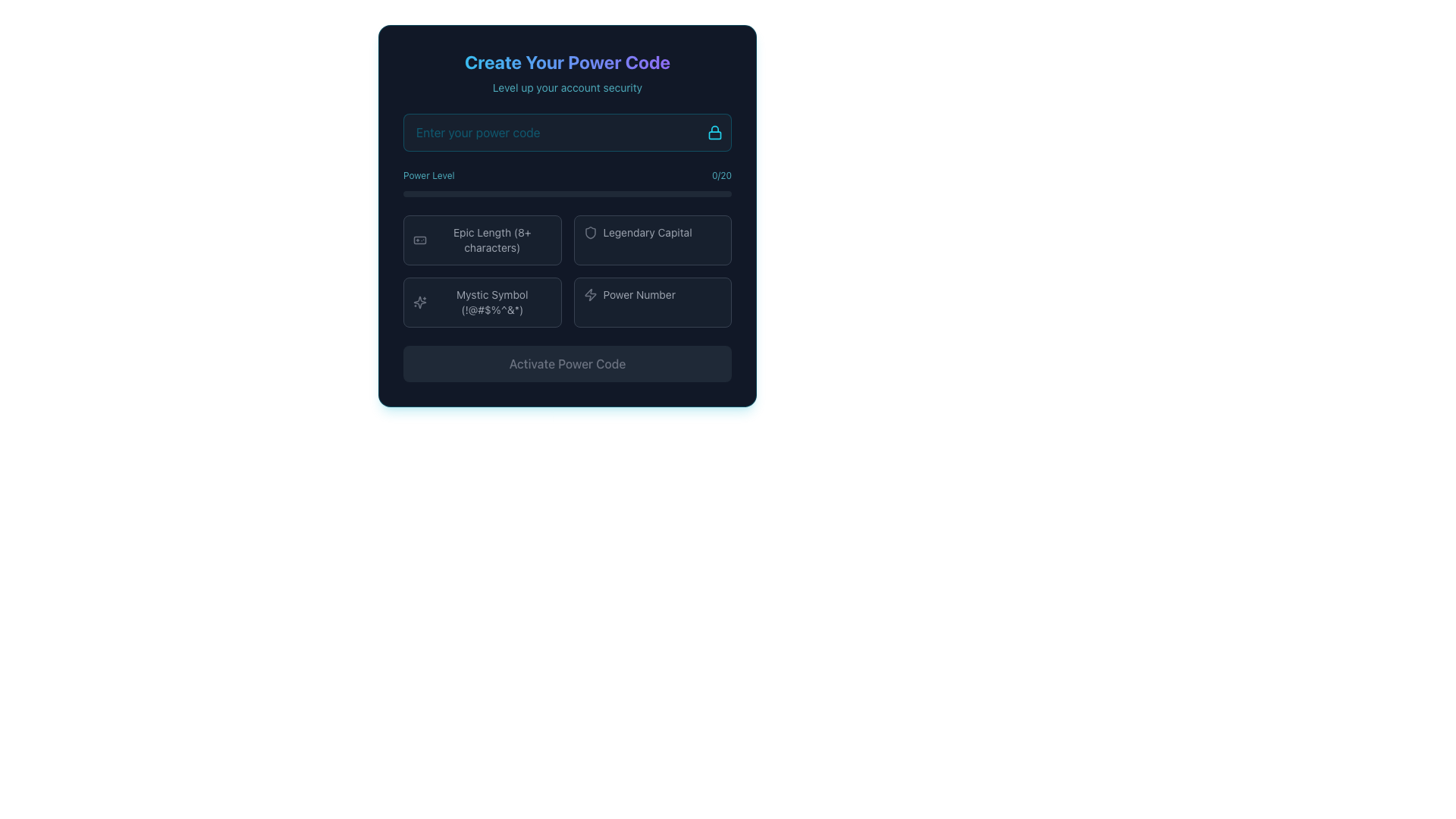 This screenshot has height=819, width=1456. Describe the element at coordinates (482, 239) in the screenshot. I see `the 'Epic Length (8+ characters)' label-with-icon, which is located in the dark-themed interface and is the first item in a two-row layout of options` at that location.